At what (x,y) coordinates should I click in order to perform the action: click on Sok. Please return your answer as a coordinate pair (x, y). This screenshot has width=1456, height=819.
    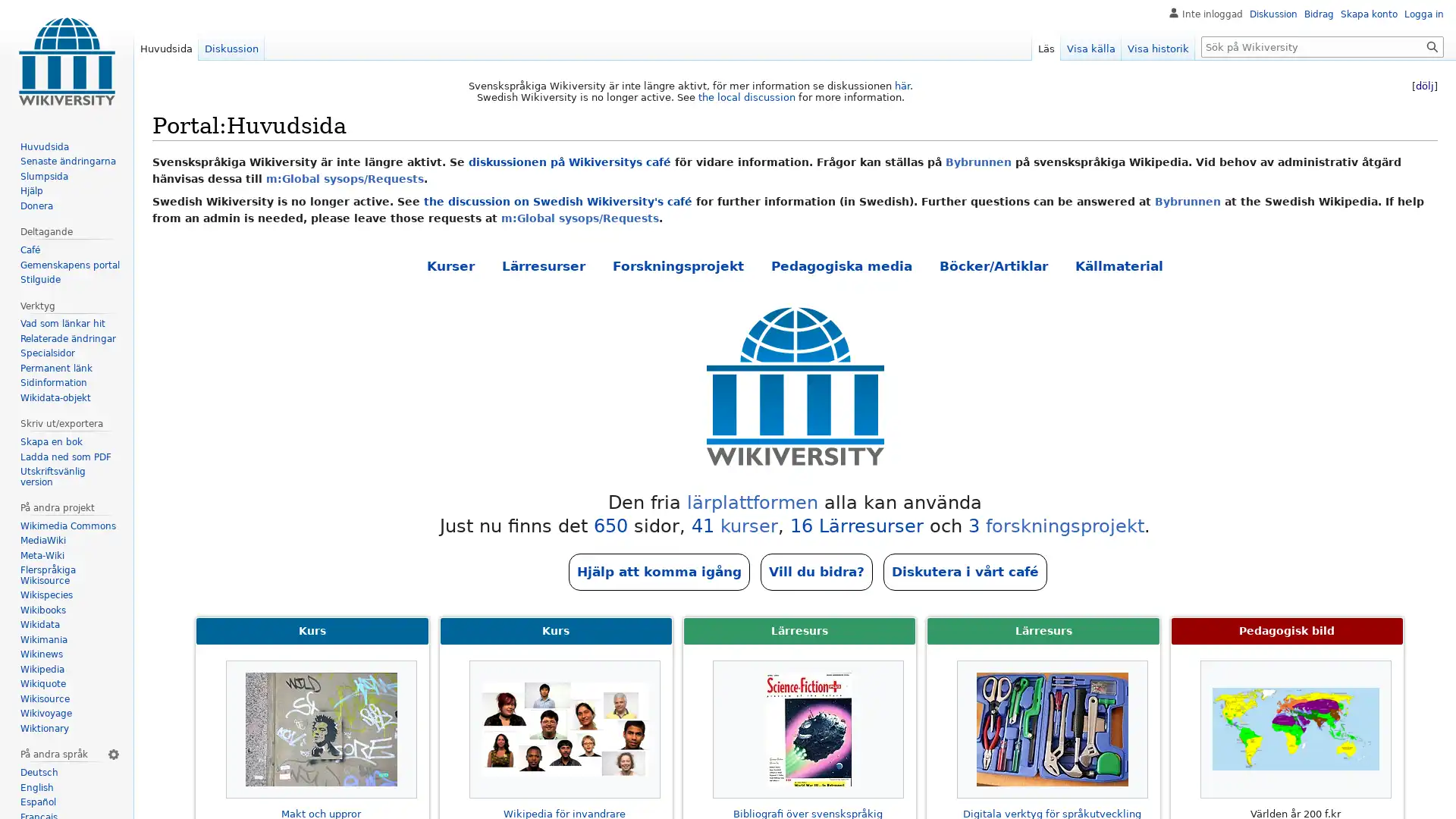
    Looking at the image, I should click on (1432, 45).